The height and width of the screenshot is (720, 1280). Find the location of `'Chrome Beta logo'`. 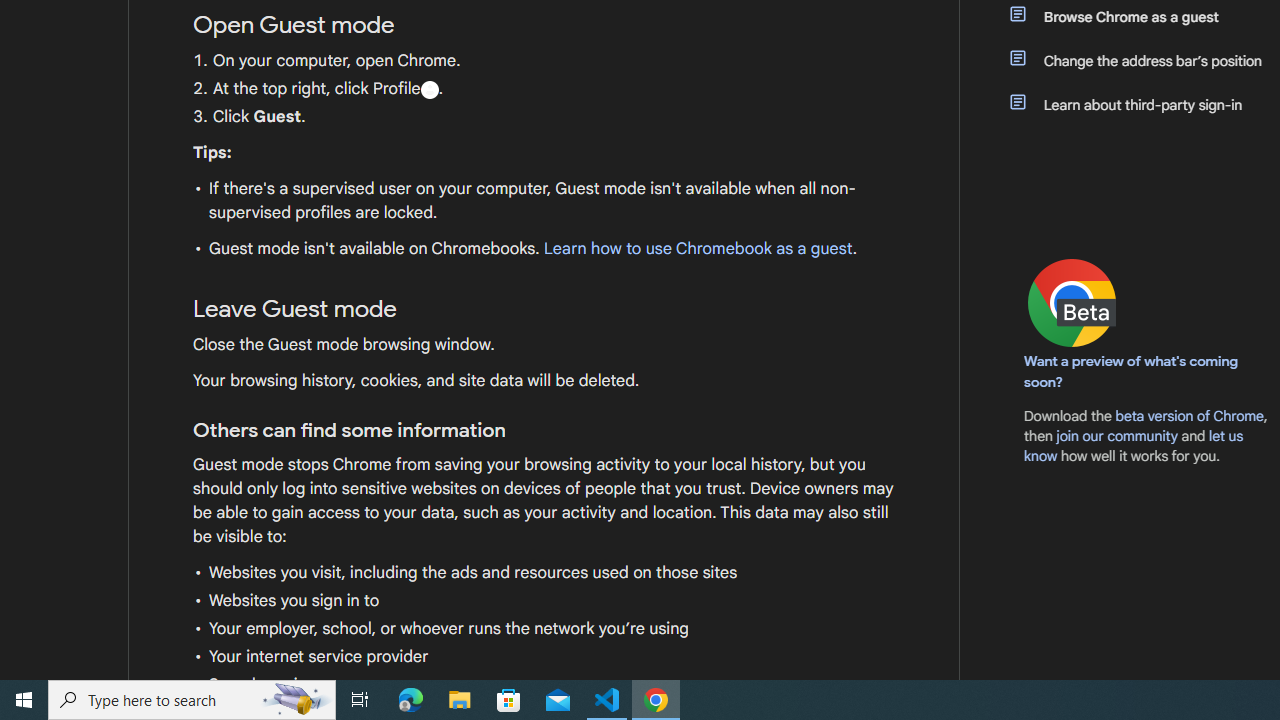

'Chrome Beta logo' is located at coordinates (1071, 303).